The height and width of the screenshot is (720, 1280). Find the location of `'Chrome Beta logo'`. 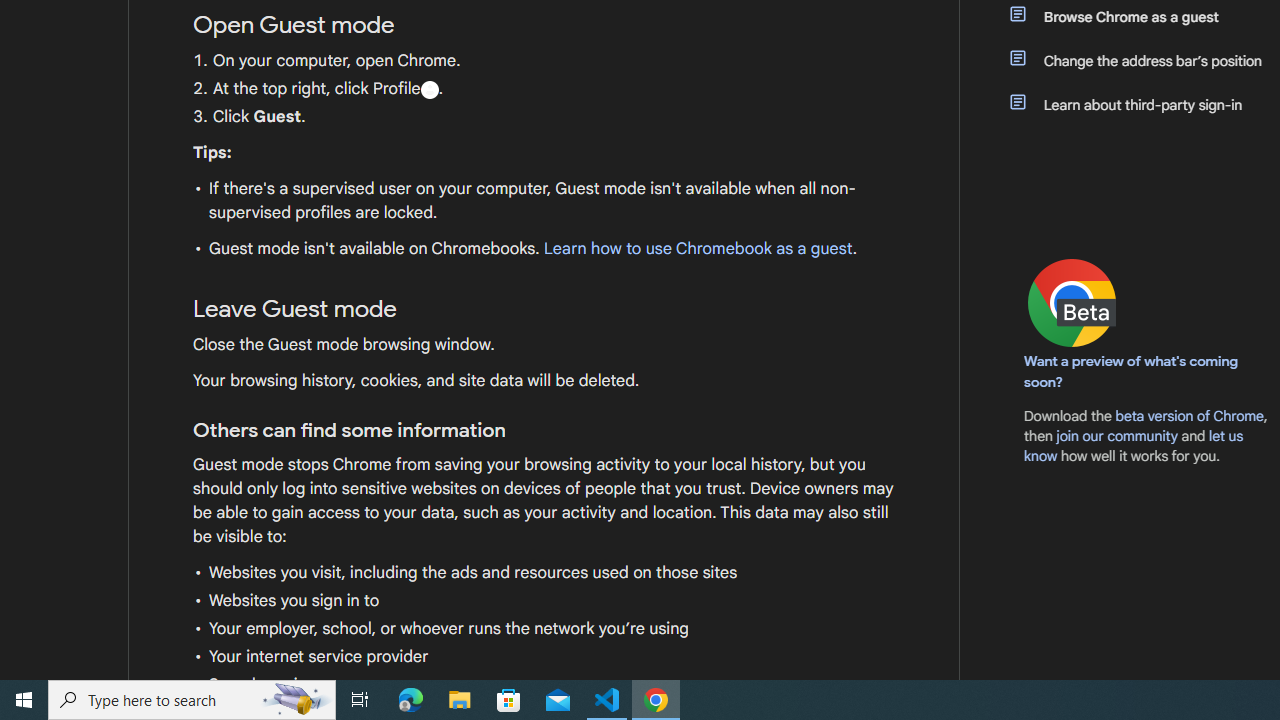

'Chrome Beta logo' is located at coordinates (1071, 303).